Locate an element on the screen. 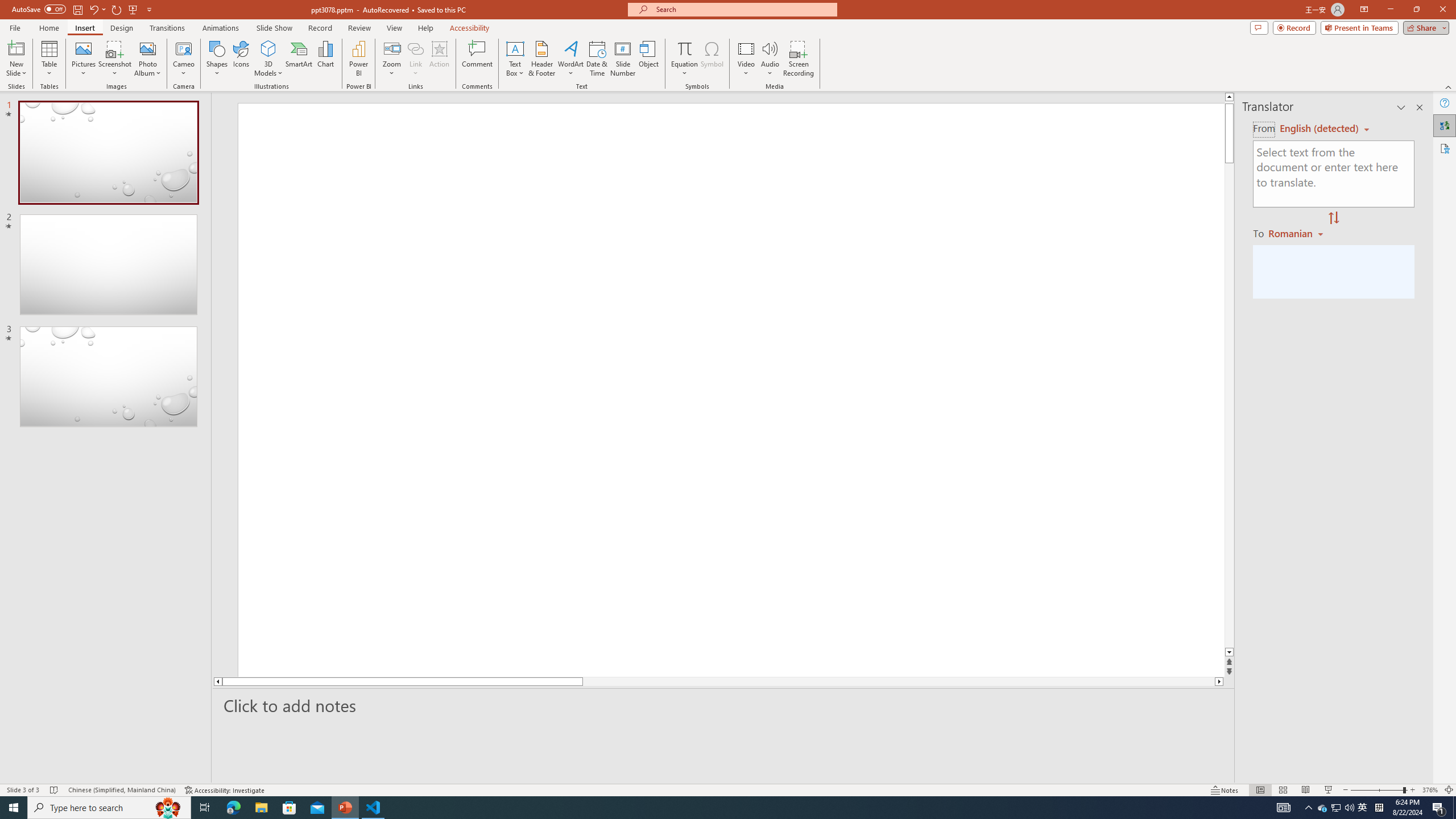 The image size is (1456, 819). 'Icons' is located at coordinates (241, 59).